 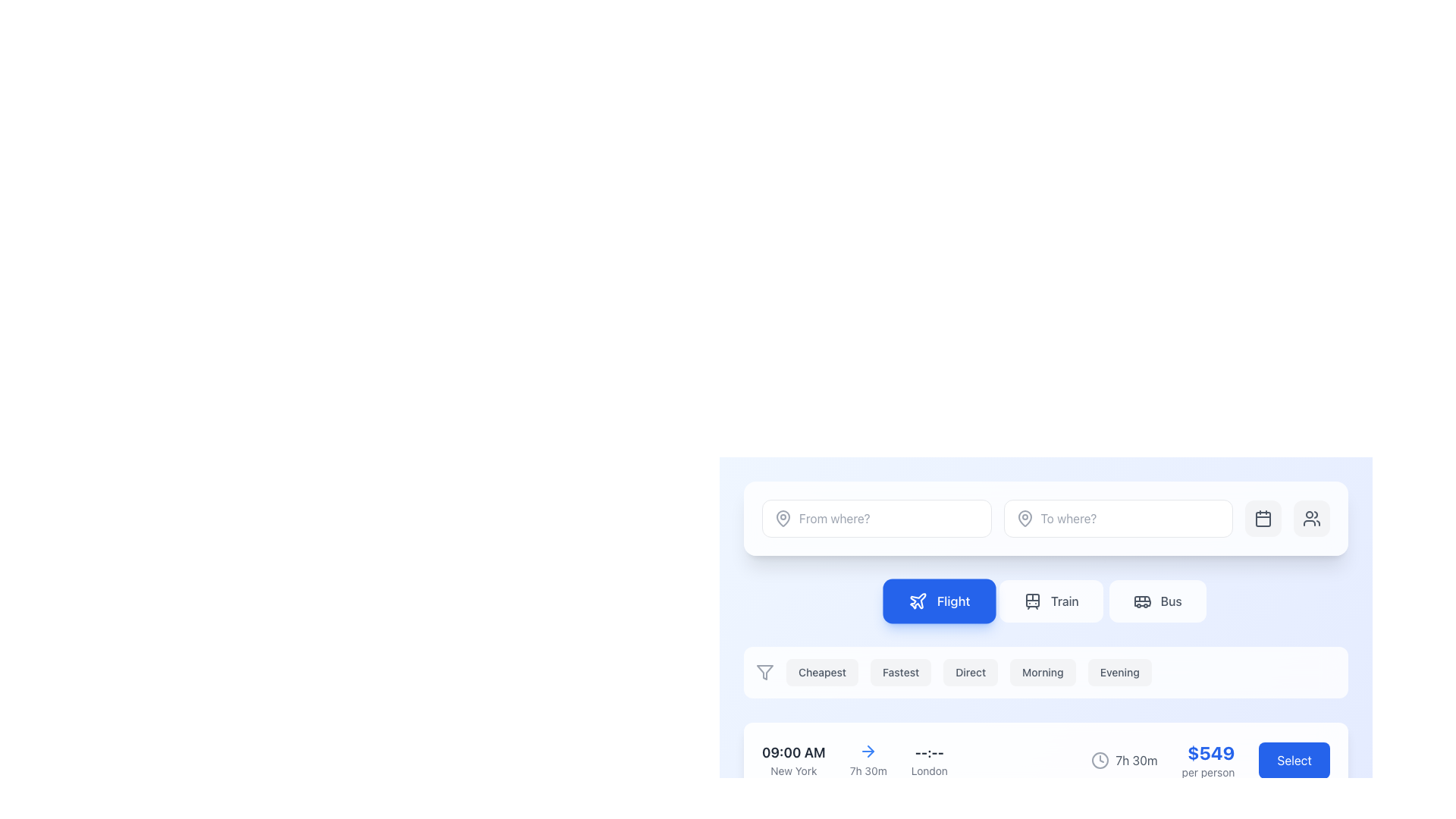 What do you see at coordinates (868, 760) in the screenshot?
I see `the text-based informational display component that shows the duration of the flight or journey, located between the departure and arrival times` at bounding box center [868, 760].